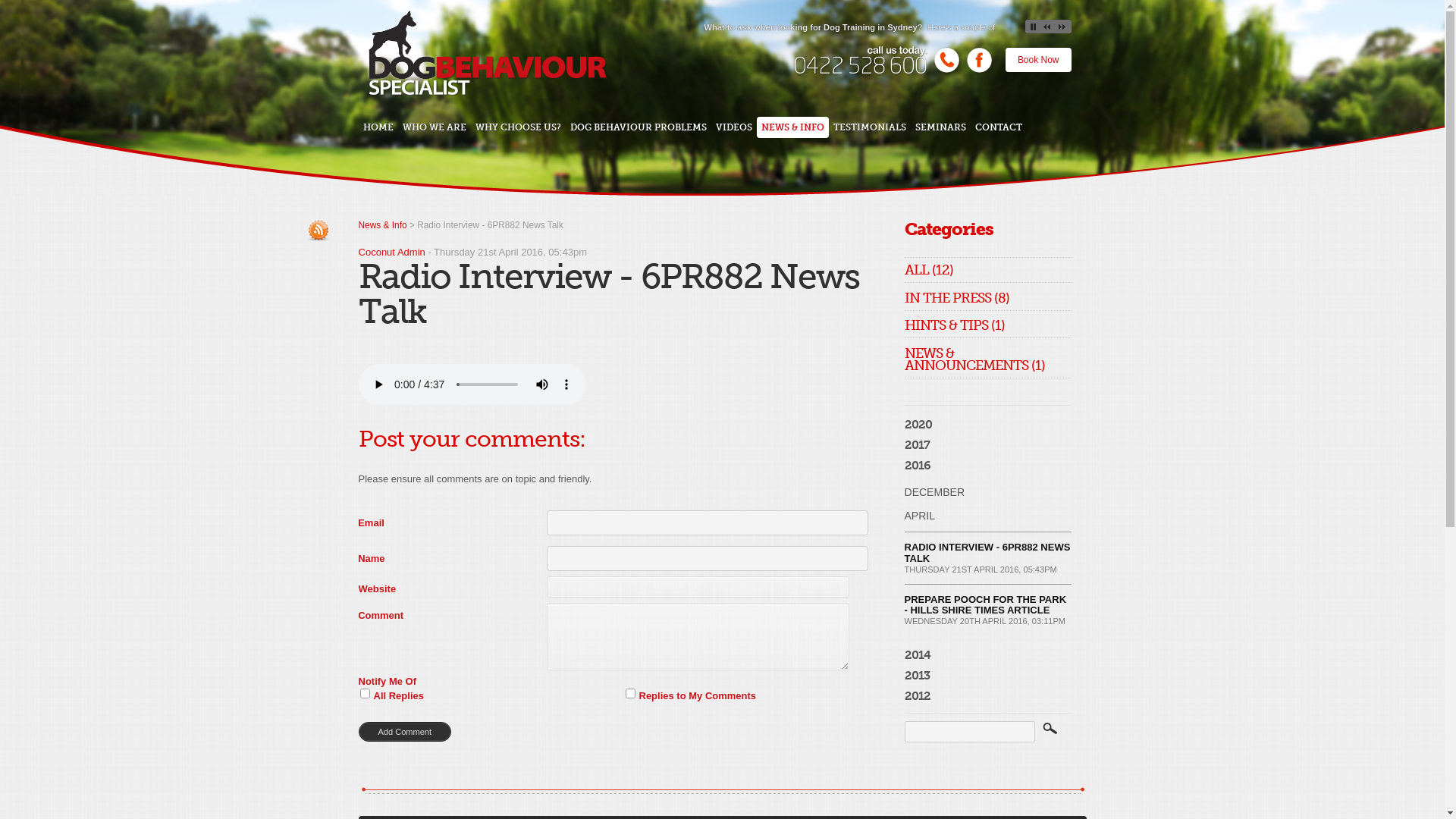 The image size is (1456, 819). Describe the element at coordinates (964, 71) in the screenshot. I see `'Facebook'` at that location.